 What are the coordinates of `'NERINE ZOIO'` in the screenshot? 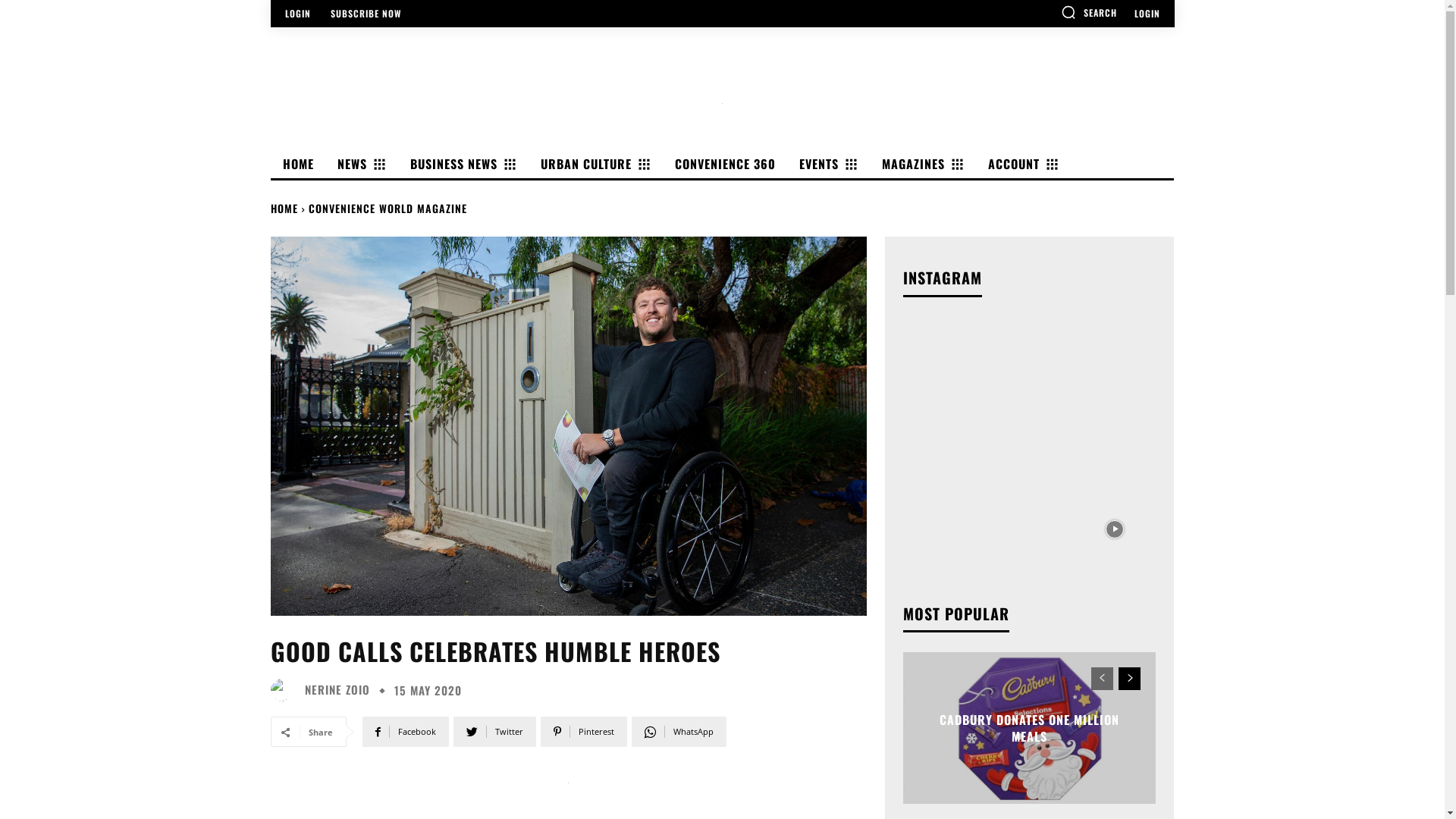 It's located at (337, 689).